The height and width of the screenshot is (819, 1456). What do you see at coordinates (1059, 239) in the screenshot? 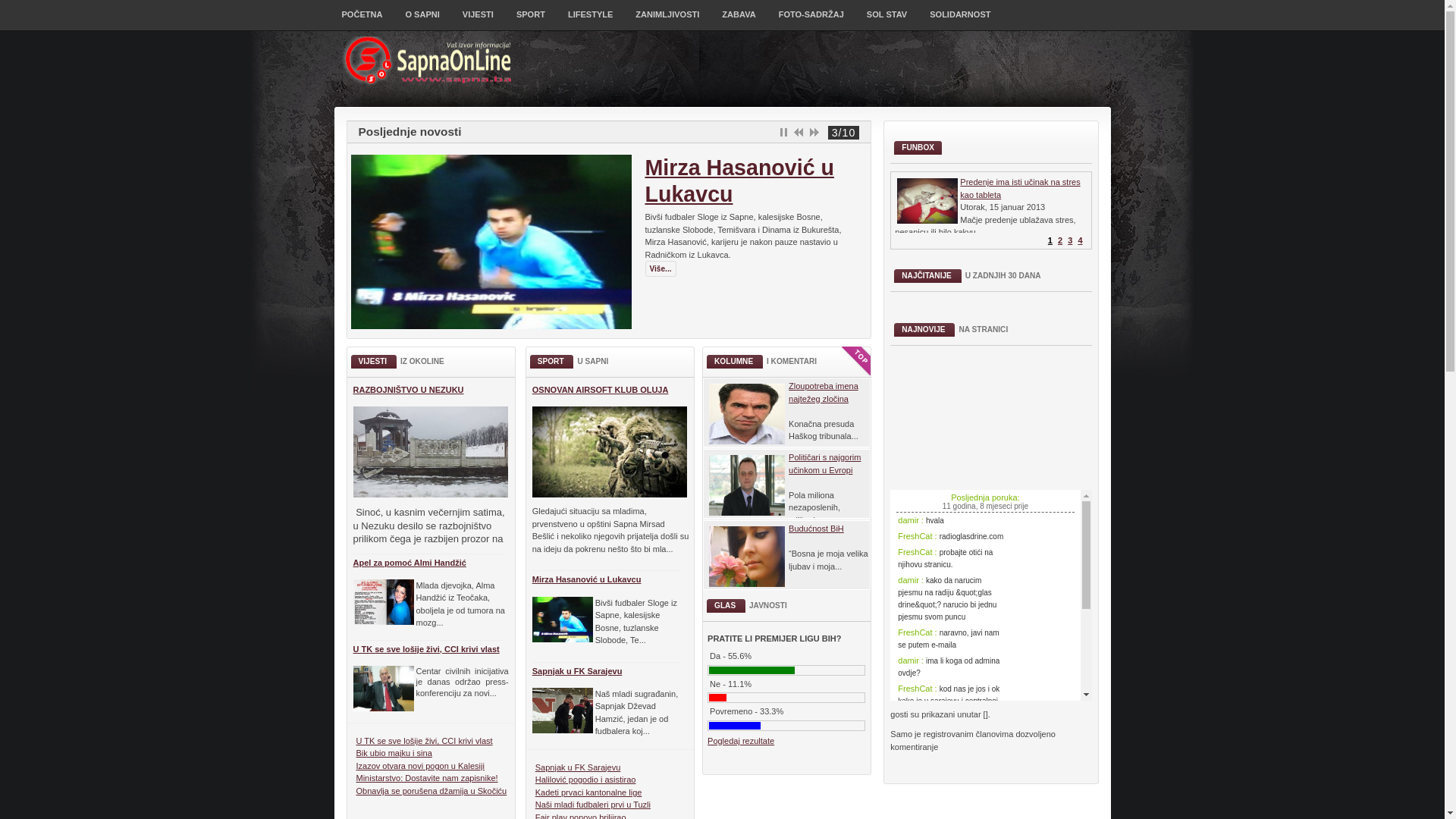
I see `'2'` at bounding box center [1059, 239].